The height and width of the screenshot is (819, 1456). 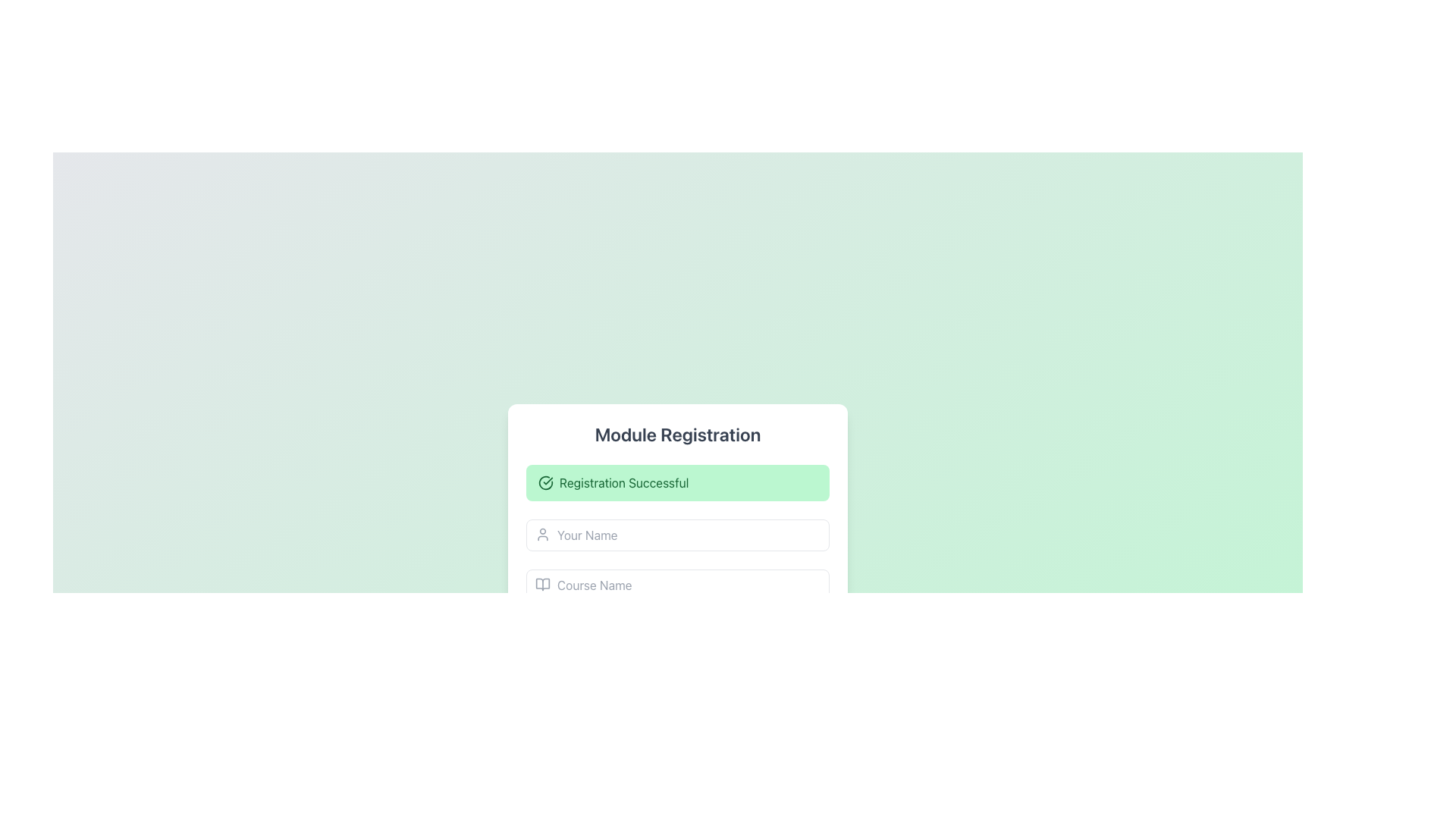 I want to click on the open book icon, which is located to the left of the 'Course Name' text field and is characterized by its symmetrical outline and subtle gray color, so click(x=542, y=584).